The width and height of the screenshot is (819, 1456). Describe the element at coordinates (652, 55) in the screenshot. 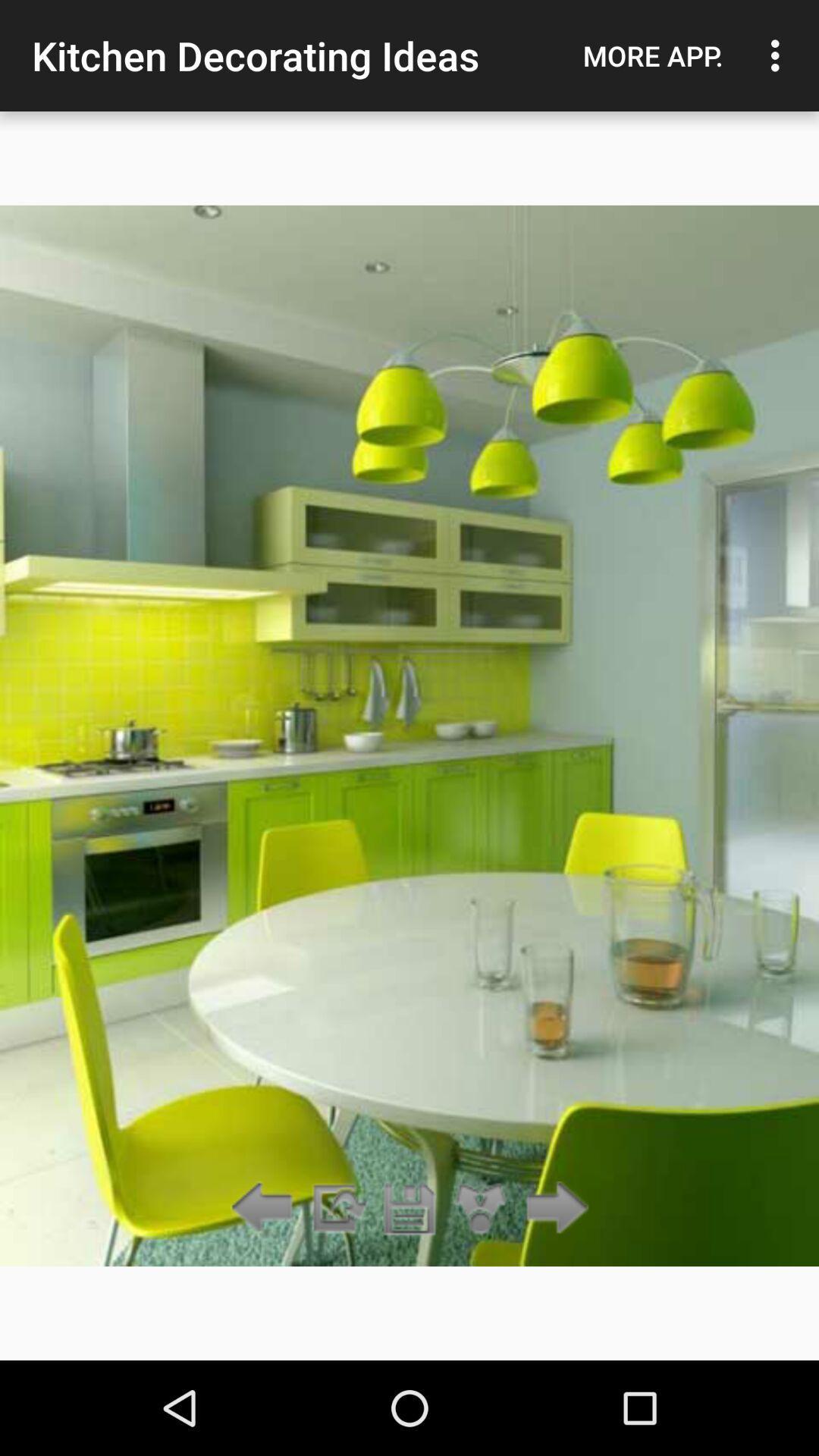

I see `more app. item` at that location.